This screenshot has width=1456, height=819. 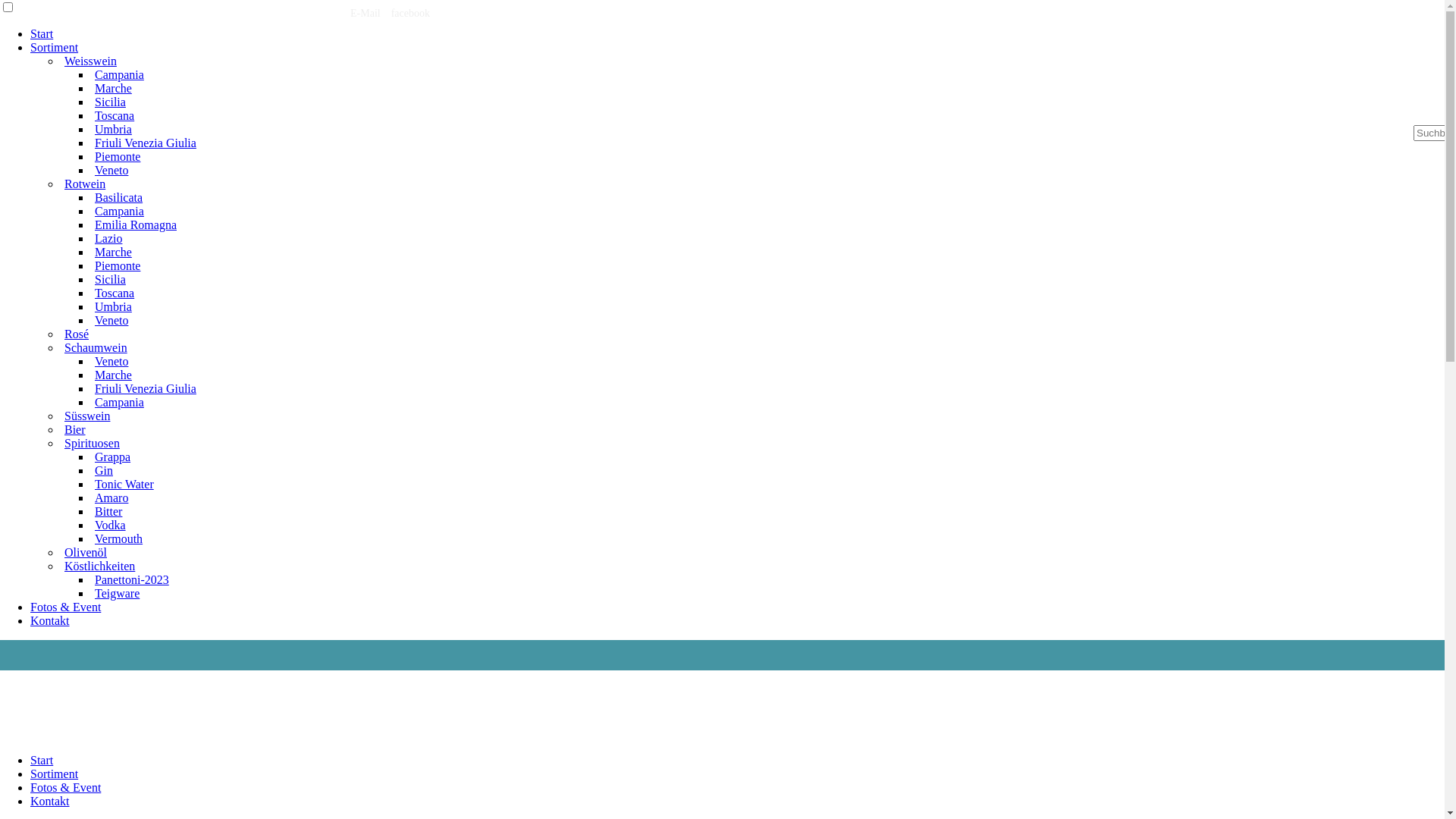 I want to click on 'Vermouth', so click(x=118, y=538).